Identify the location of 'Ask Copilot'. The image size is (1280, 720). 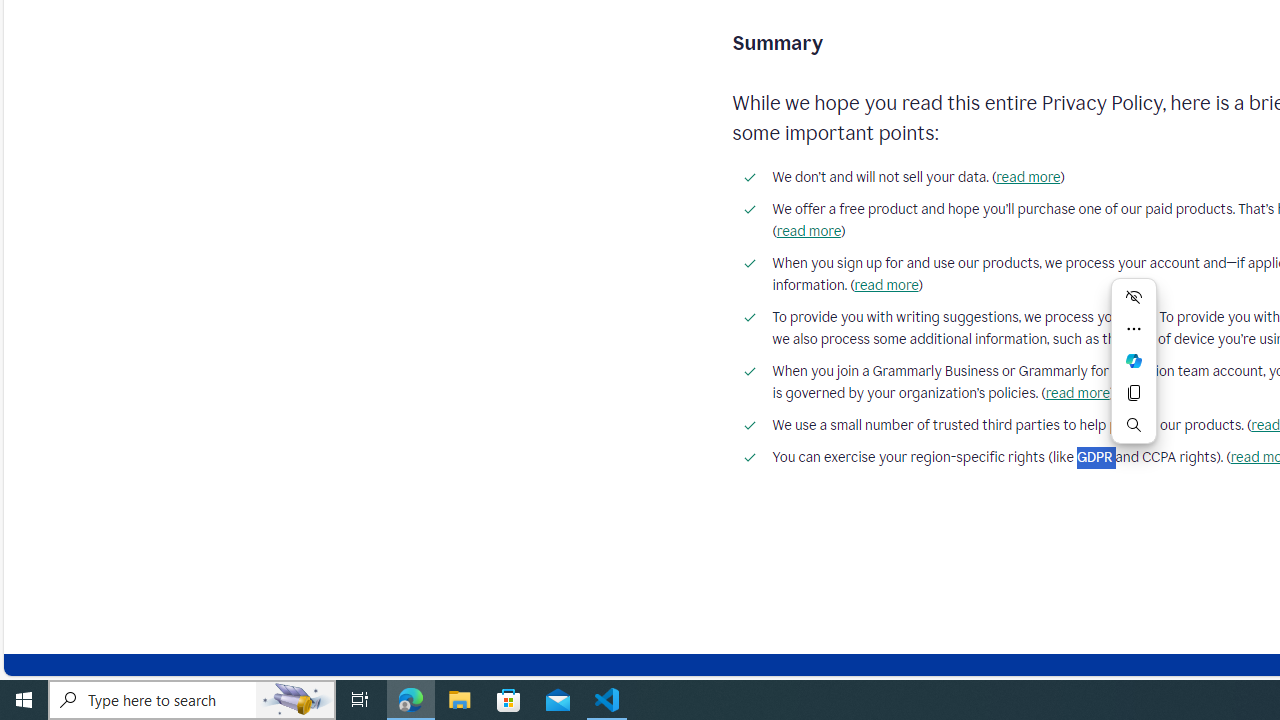
(1134, 361).